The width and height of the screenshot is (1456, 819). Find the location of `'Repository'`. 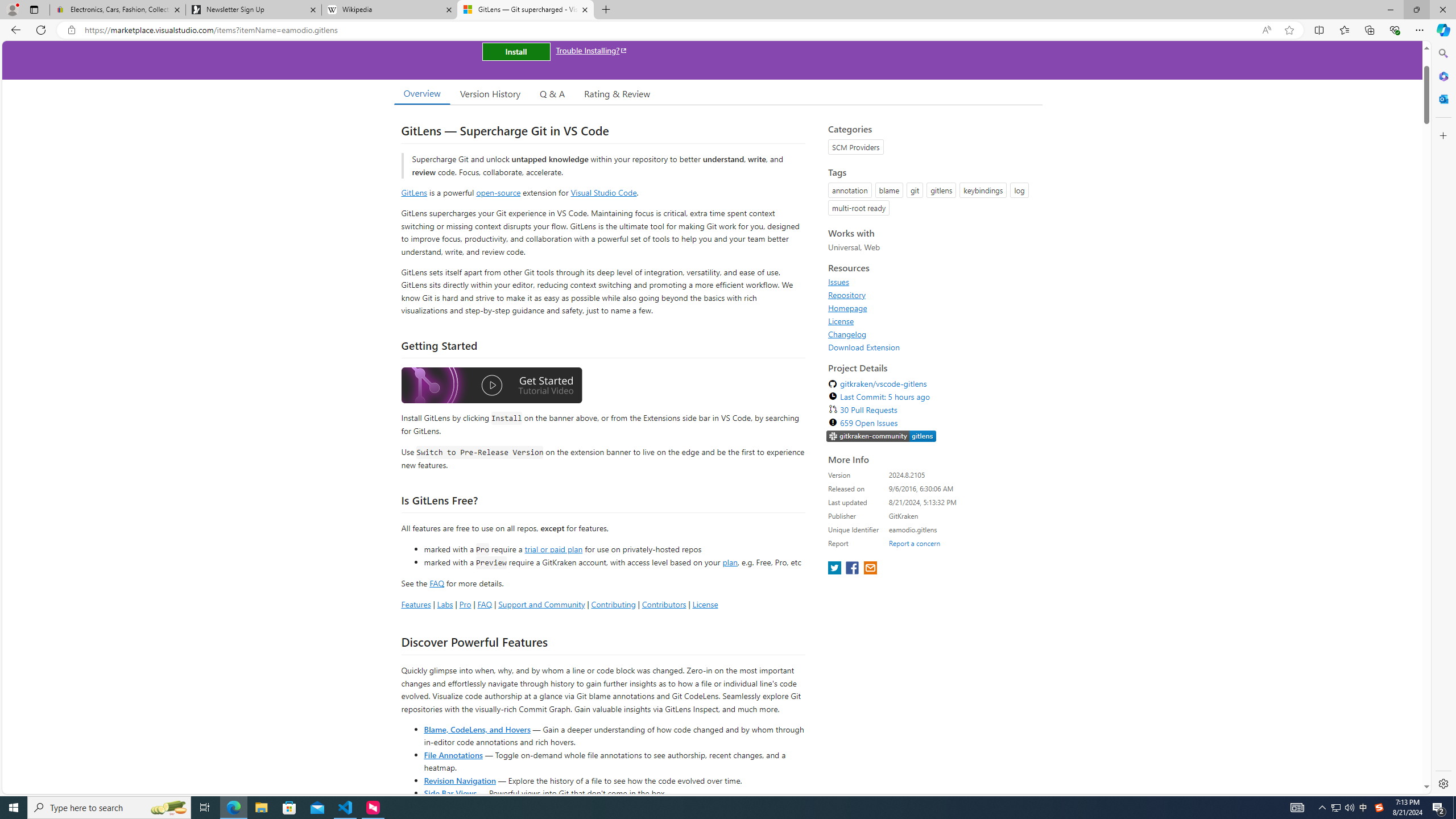

'Repository' is located at coordinates (846, 294).